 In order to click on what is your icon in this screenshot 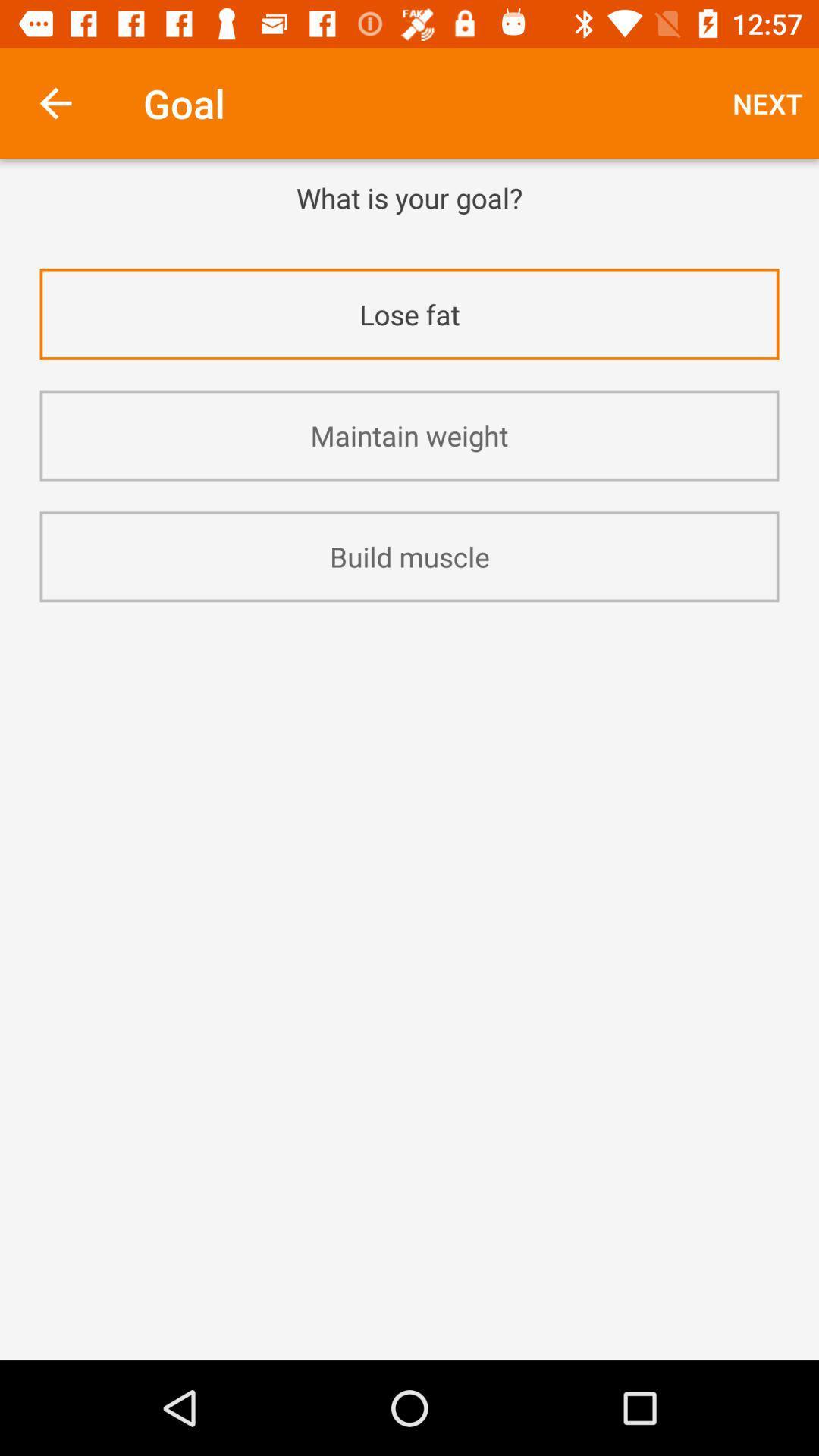, I will do `click(409, 196)`.